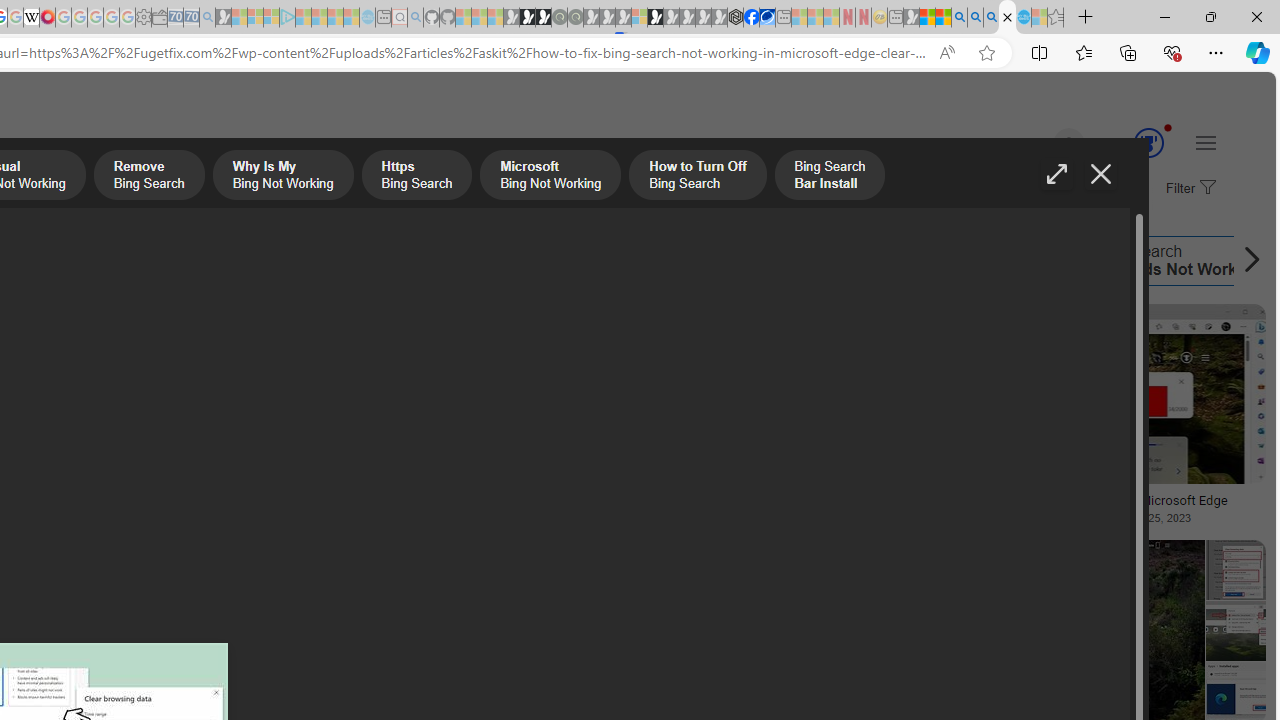 This screenshot has height=720, width=1280. I want to click on 'Sign in to your account - Sleeping', so click(638, 17).